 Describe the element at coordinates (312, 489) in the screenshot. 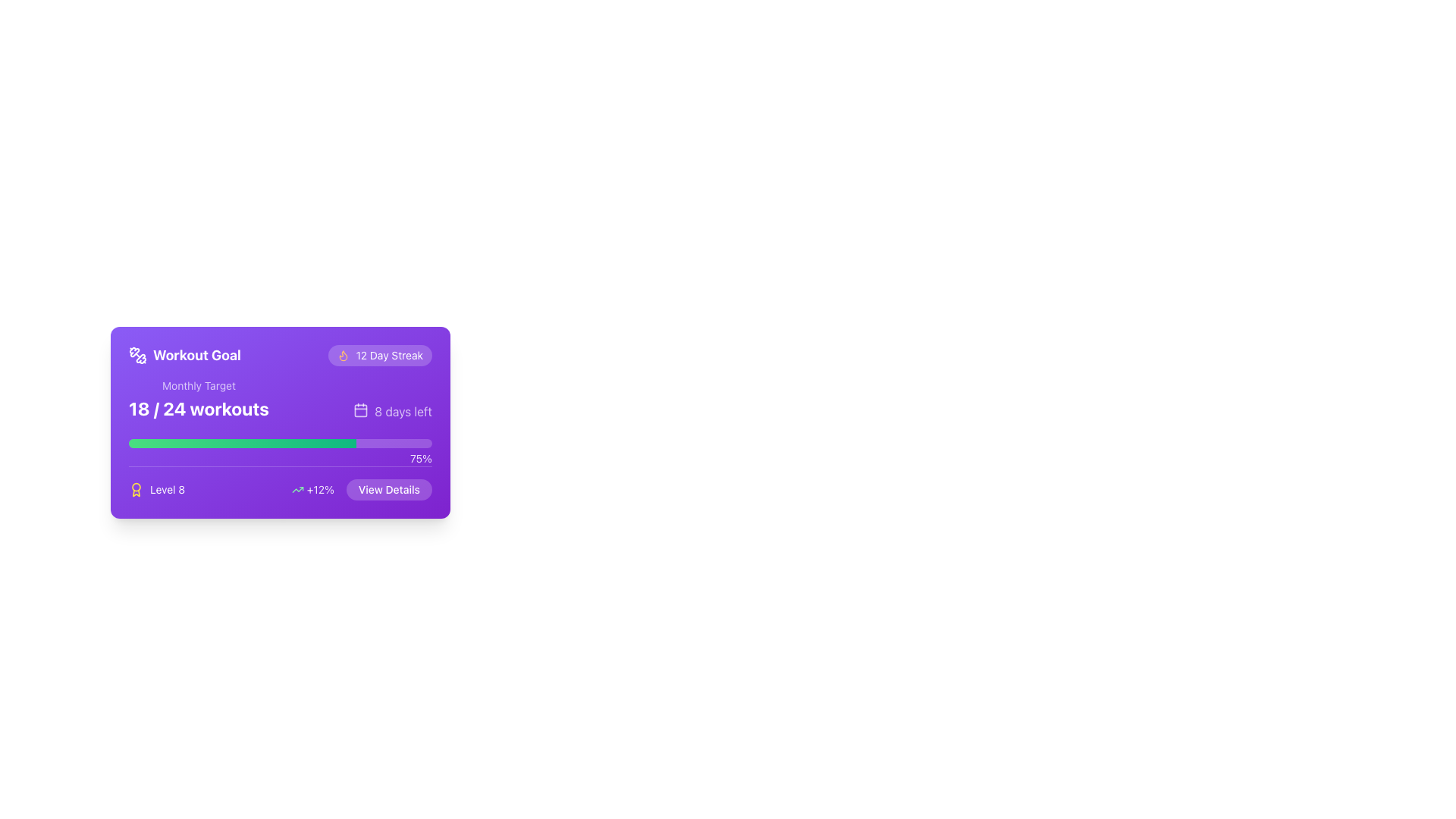

I see `the label displaying the percentage value '+12%' with a green upward-trending arrow icon, which is positioned on a purple background` at that location.